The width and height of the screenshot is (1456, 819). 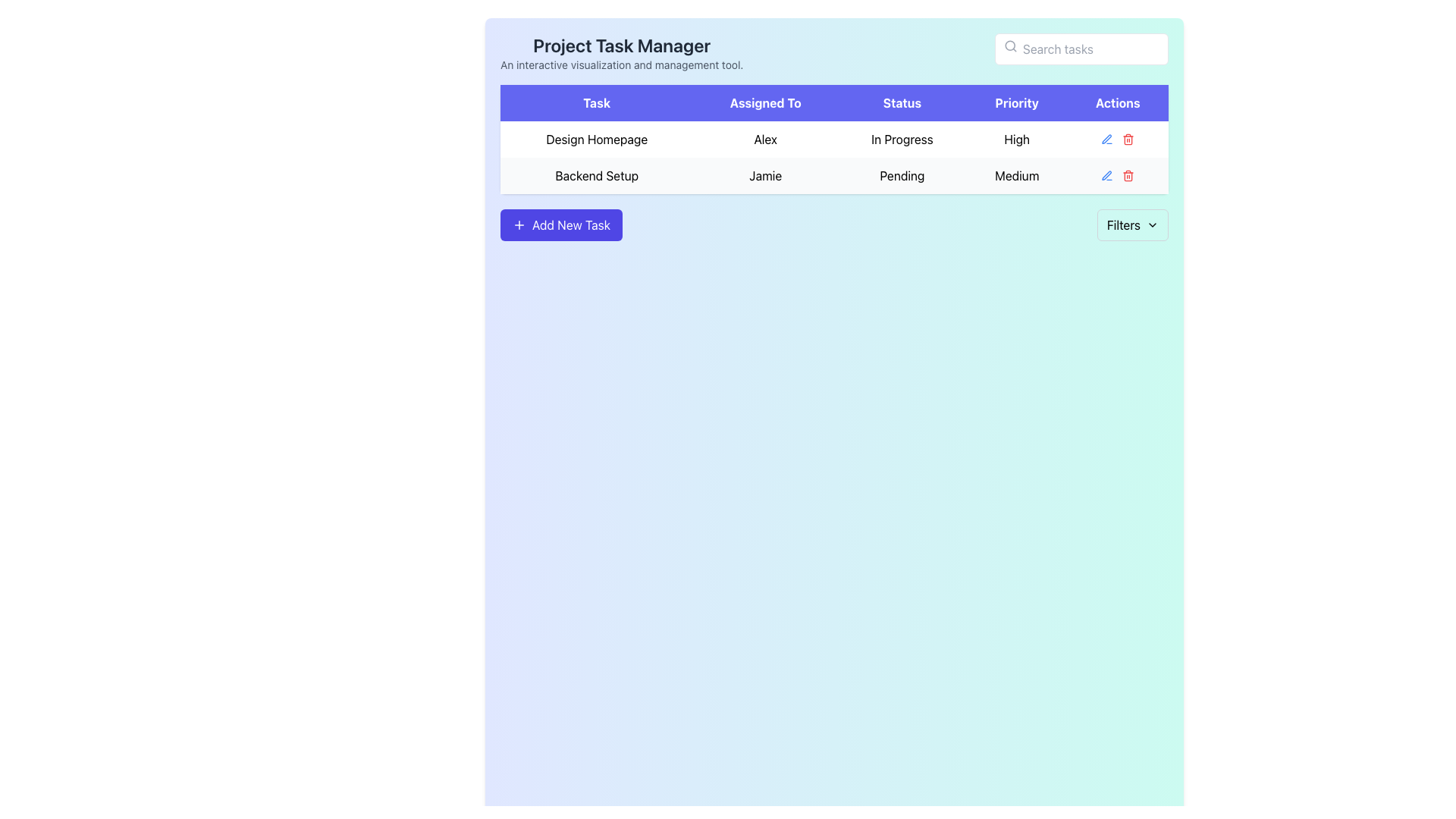 What do you see at coordinates (765, 174) in the screenshot?
I see `the text label identifying the individual assigned to the 'Backend Setup' task in the 'Assigned To' column of the second row in the 'Project Task Manager' table` at bounding box center [765, 174].